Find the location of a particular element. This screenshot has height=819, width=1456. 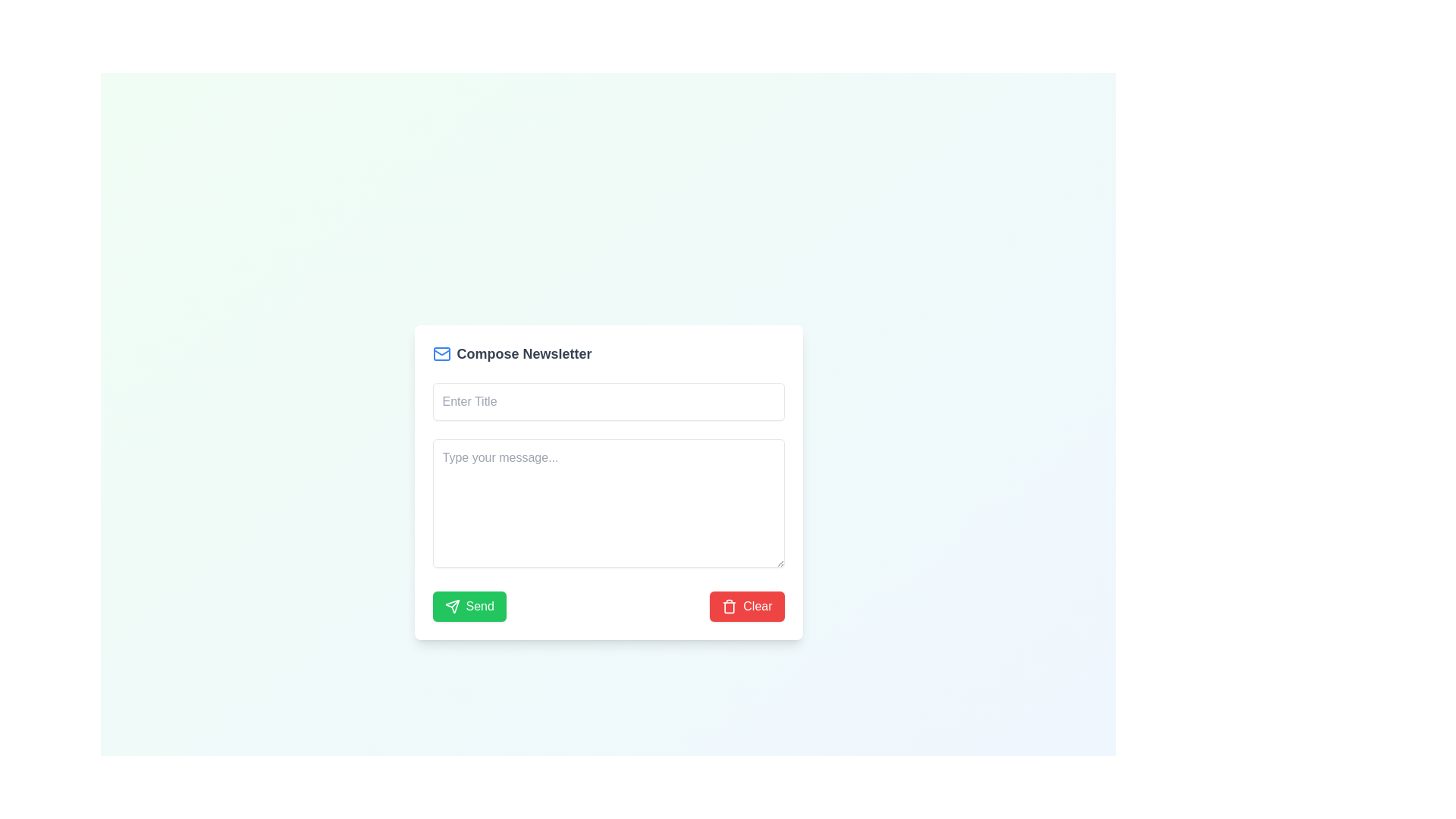

the 'Clear' button located in the bottom-right corner of the 'Compose Newsletter' section is located at coordinates (747, 605).